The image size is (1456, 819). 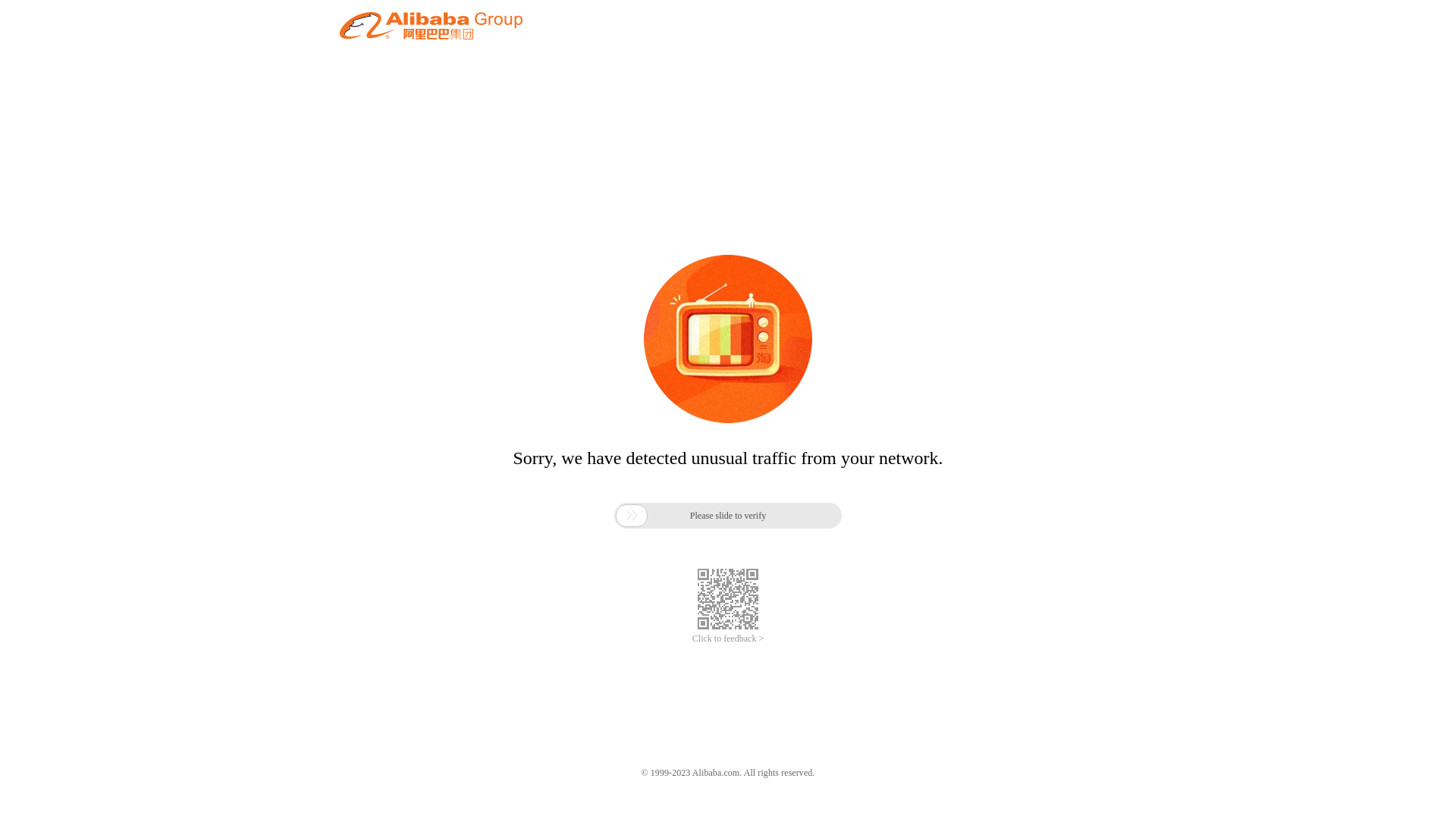 I want to click on 'Click to feedback >', so click(x=691, y=639).